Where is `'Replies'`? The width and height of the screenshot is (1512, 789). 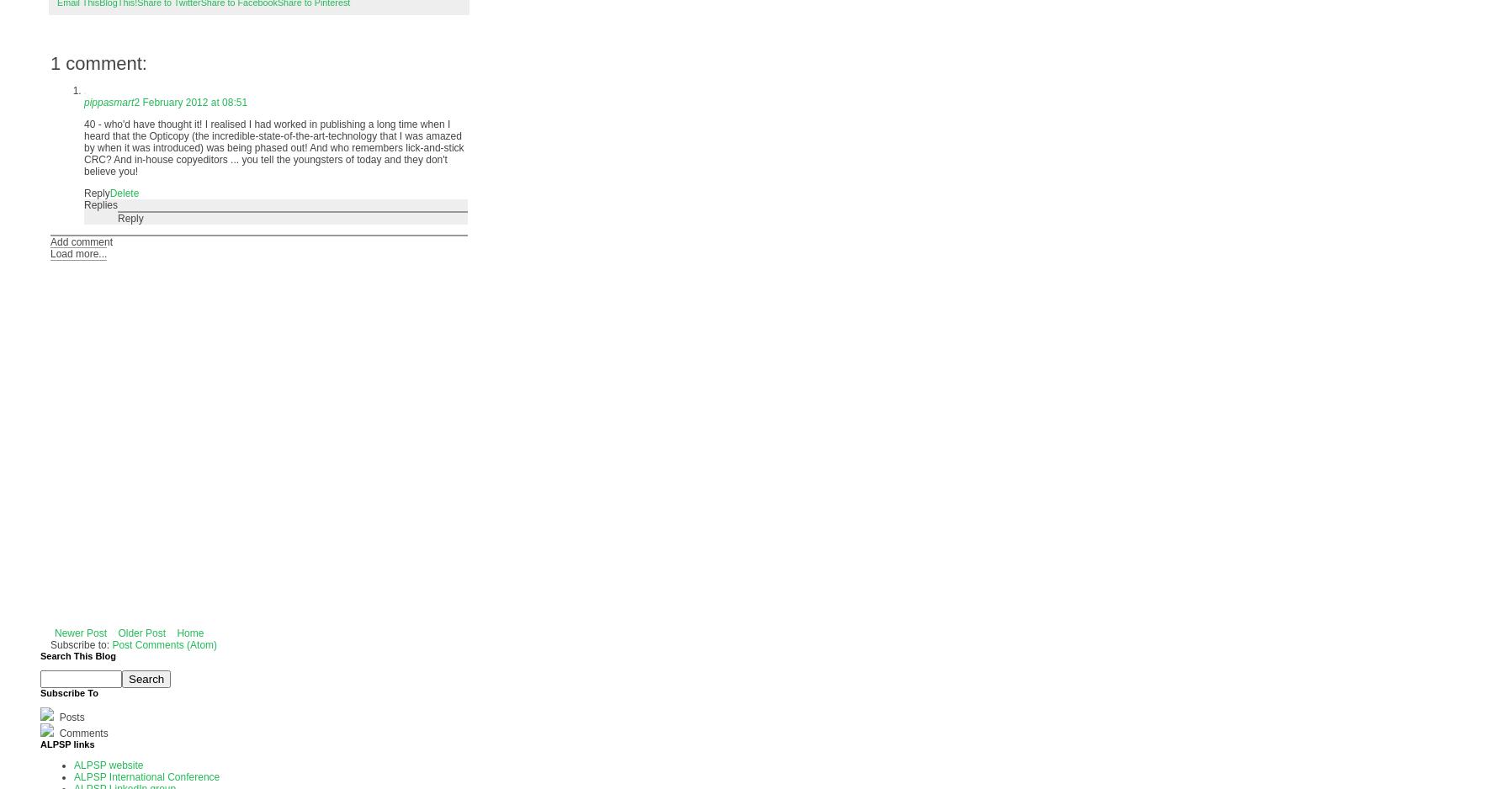 'Replies' is located at coordinates (100, 204).